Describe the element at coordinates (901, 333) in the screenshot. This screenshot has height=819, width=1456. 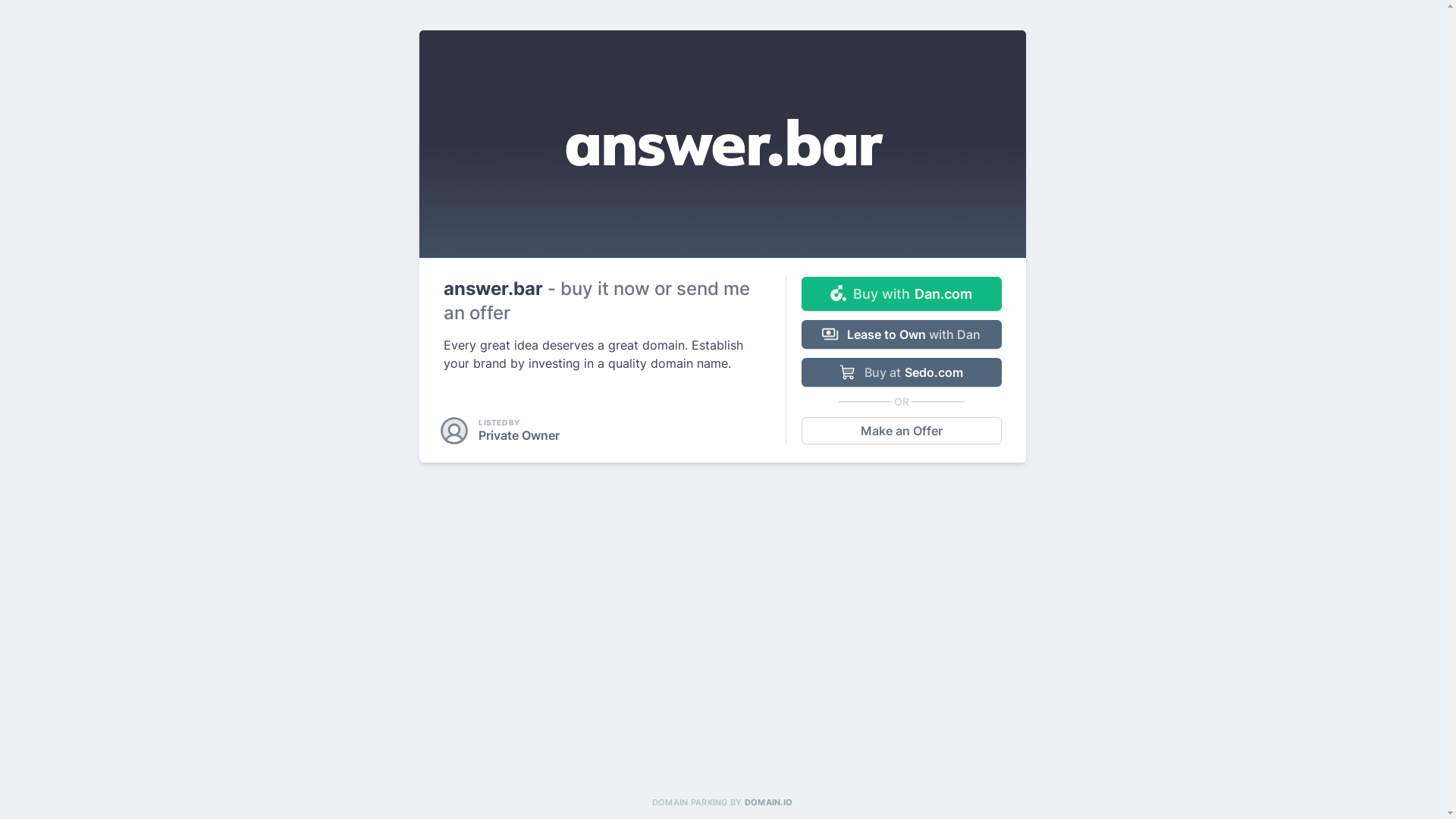
I see `'Lease to Own with Dan'` at that location.